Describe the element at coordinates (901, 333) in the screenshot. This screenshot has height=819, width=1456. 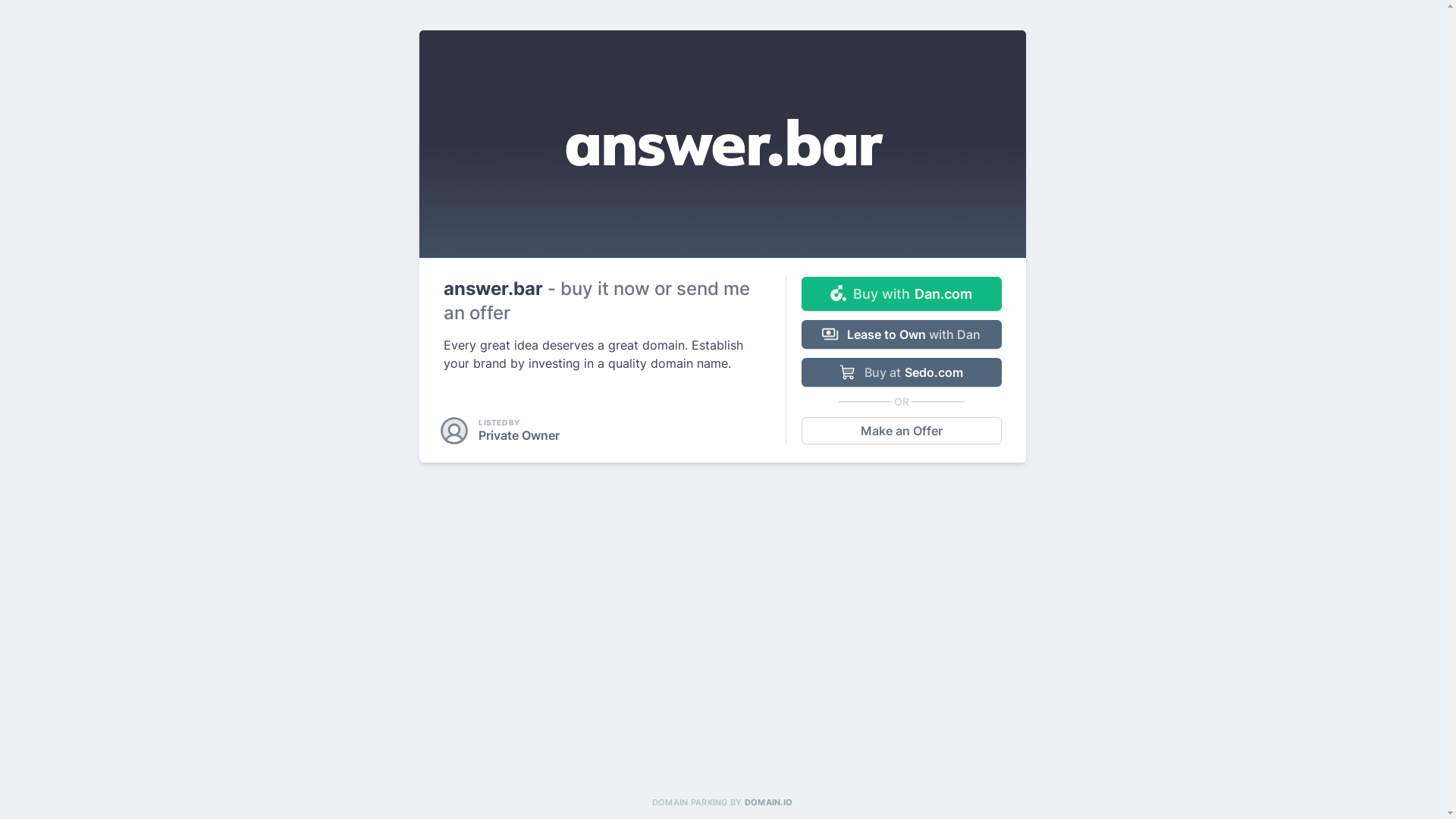
I see `'Lease to Own with Dan'` at that location.